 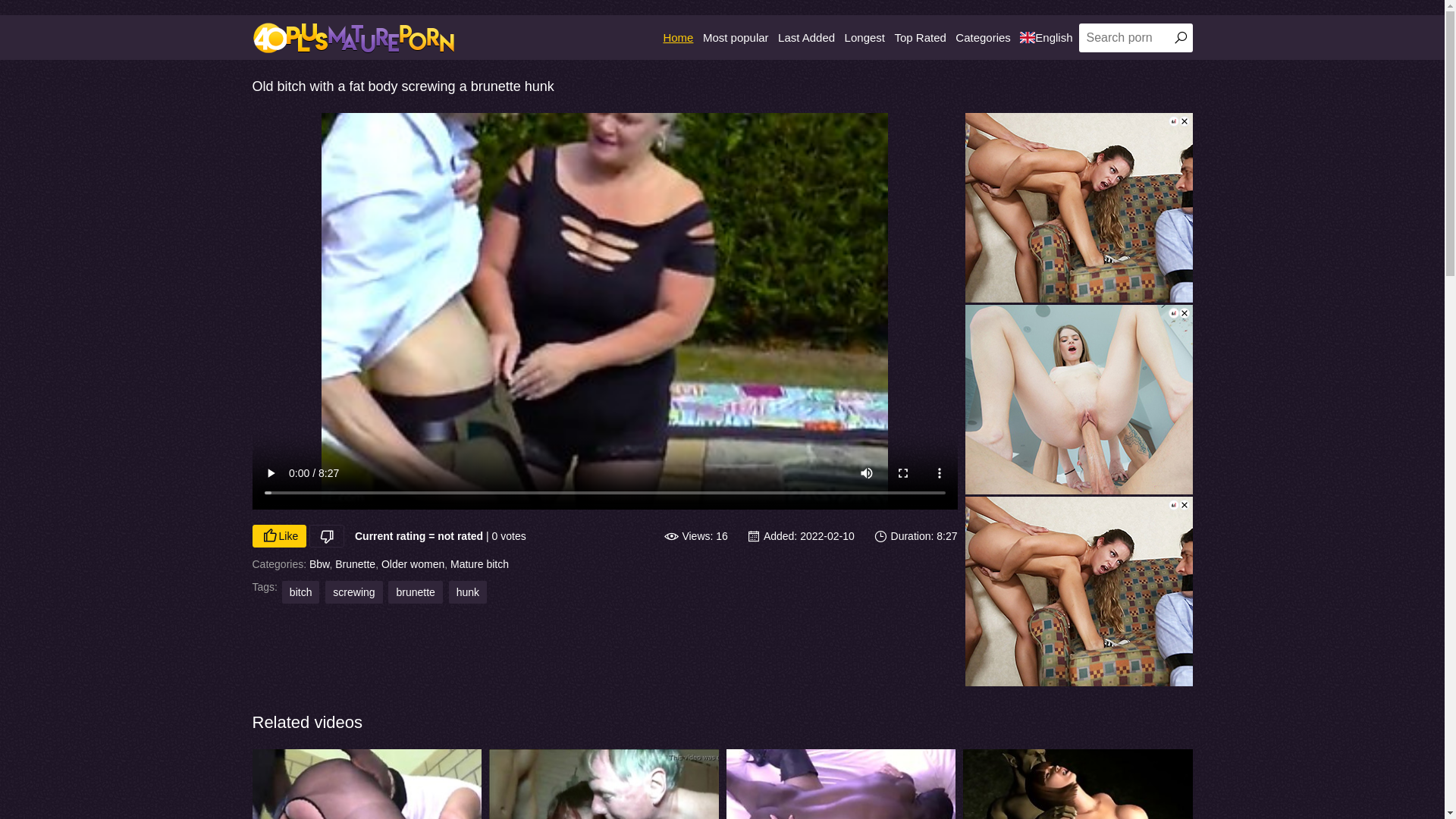 I want to click on 'Categories', so click(x=983, y=37).